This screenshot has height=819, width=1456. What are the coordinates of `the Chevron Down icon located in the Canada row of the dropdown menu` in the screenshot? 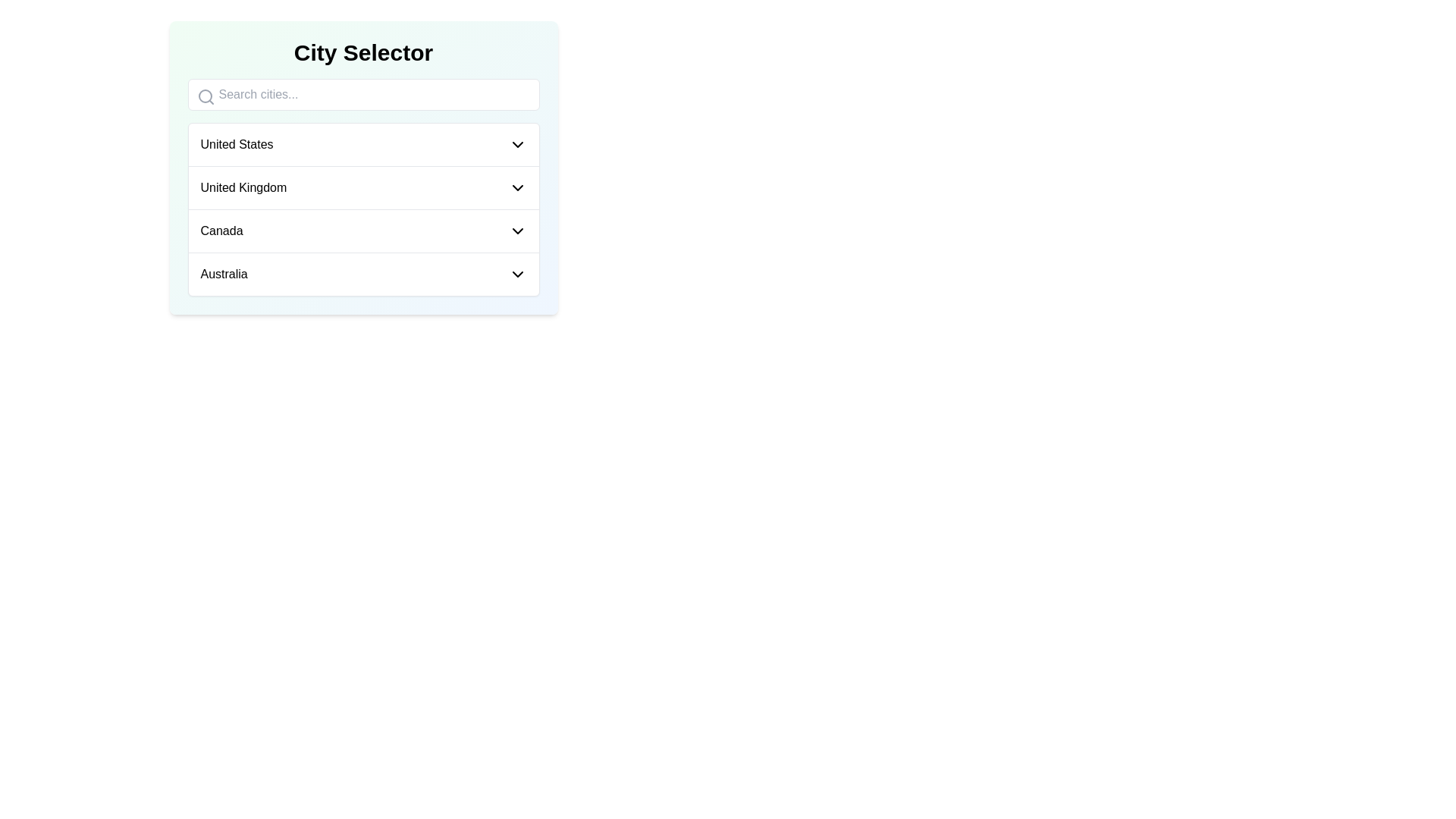 It's located at (517, 231).